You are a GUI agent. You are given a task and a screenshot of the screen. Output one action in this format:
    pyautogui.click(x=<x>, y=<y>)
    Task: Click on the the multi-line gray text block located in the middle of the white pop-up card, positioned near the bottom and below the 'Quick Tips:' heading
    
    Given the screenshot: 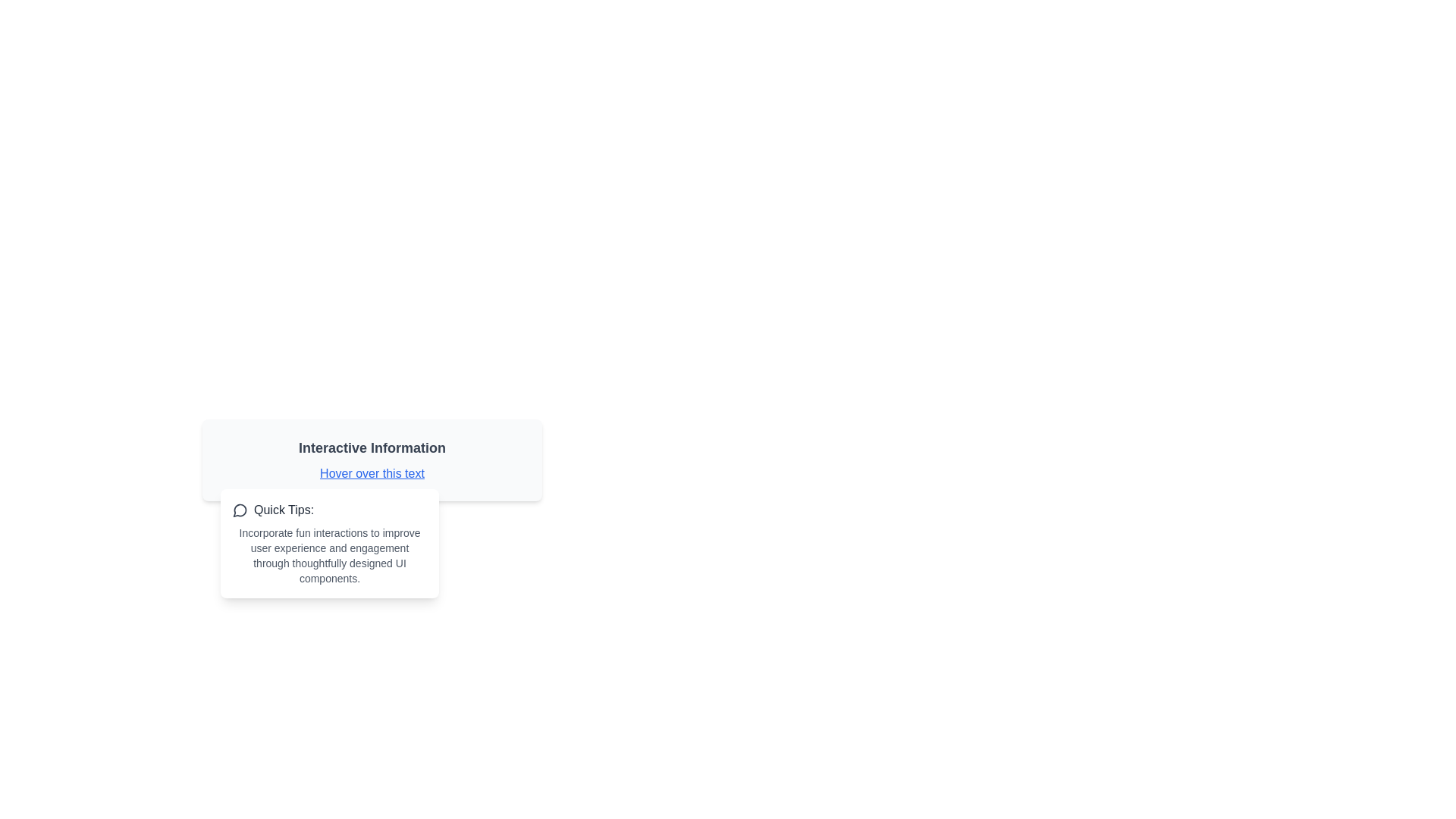 What is the action you would take?
    pyautogui.click(x=329, y=555)
    